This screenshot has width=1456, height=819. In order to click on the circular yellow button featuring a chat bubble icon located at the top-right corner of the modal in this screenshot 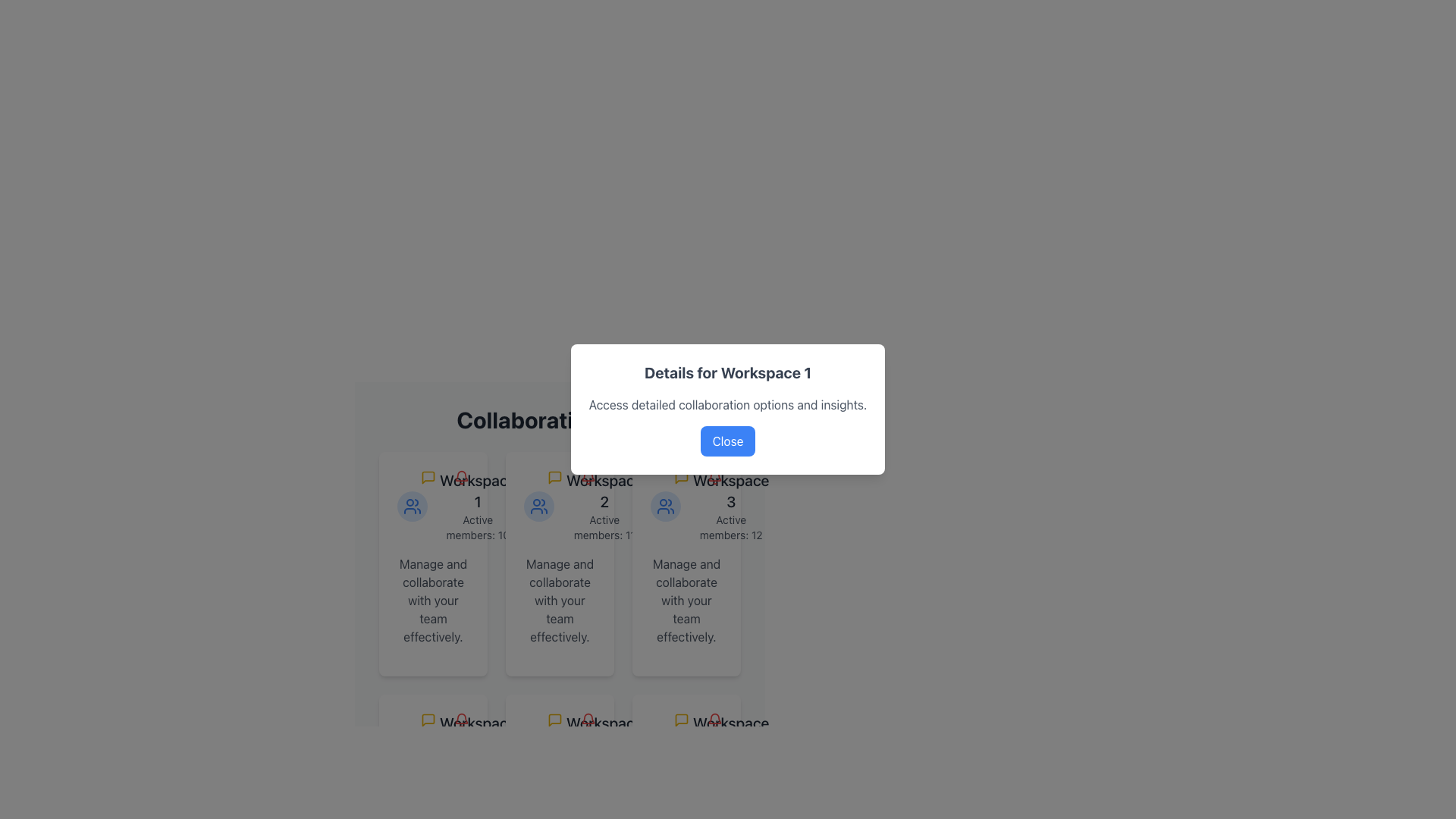, I will do `click(680, 719)`.